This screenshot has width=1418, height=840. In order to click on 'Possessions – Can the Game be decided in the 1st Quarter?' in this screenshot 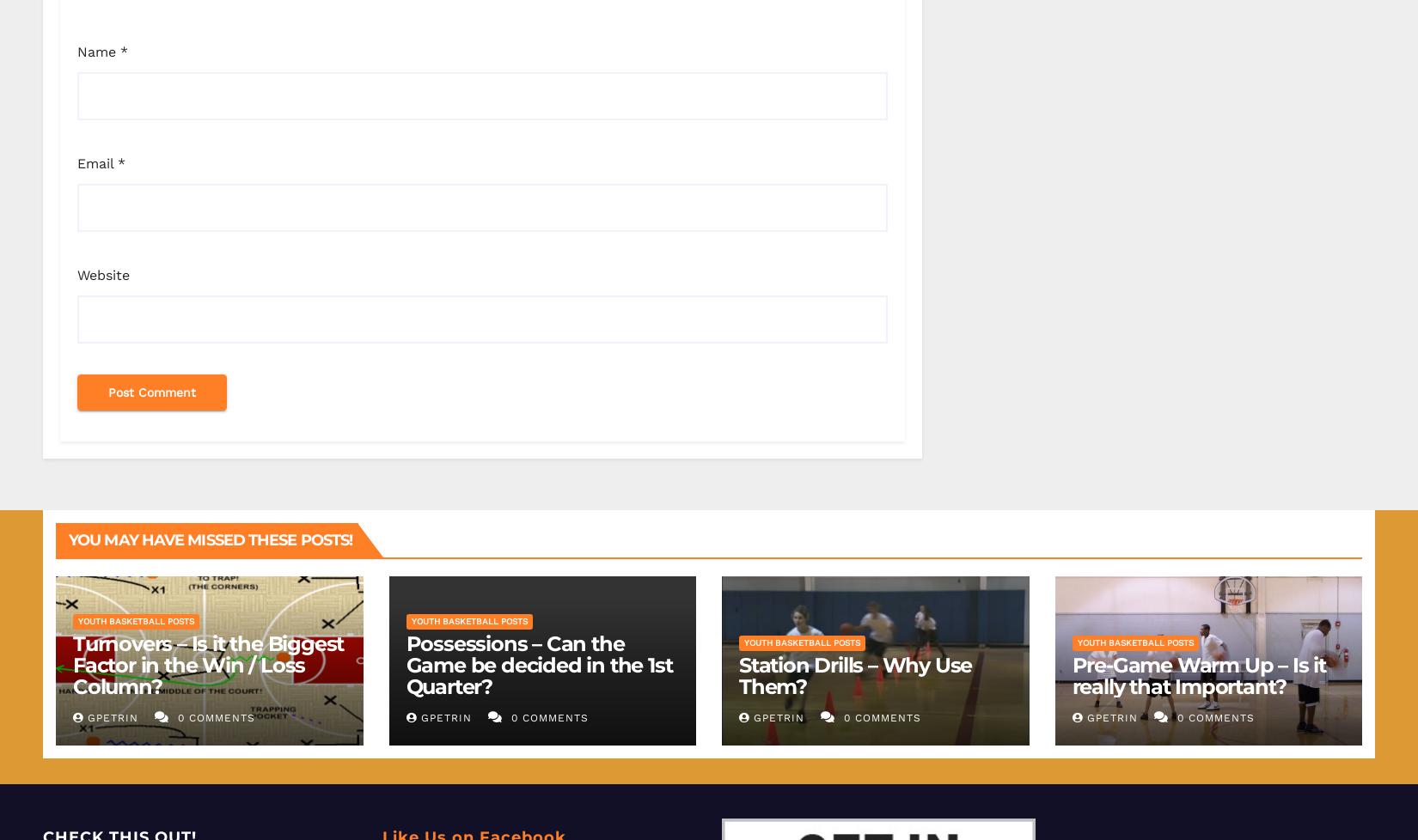, I will do `click(405, 663)`.